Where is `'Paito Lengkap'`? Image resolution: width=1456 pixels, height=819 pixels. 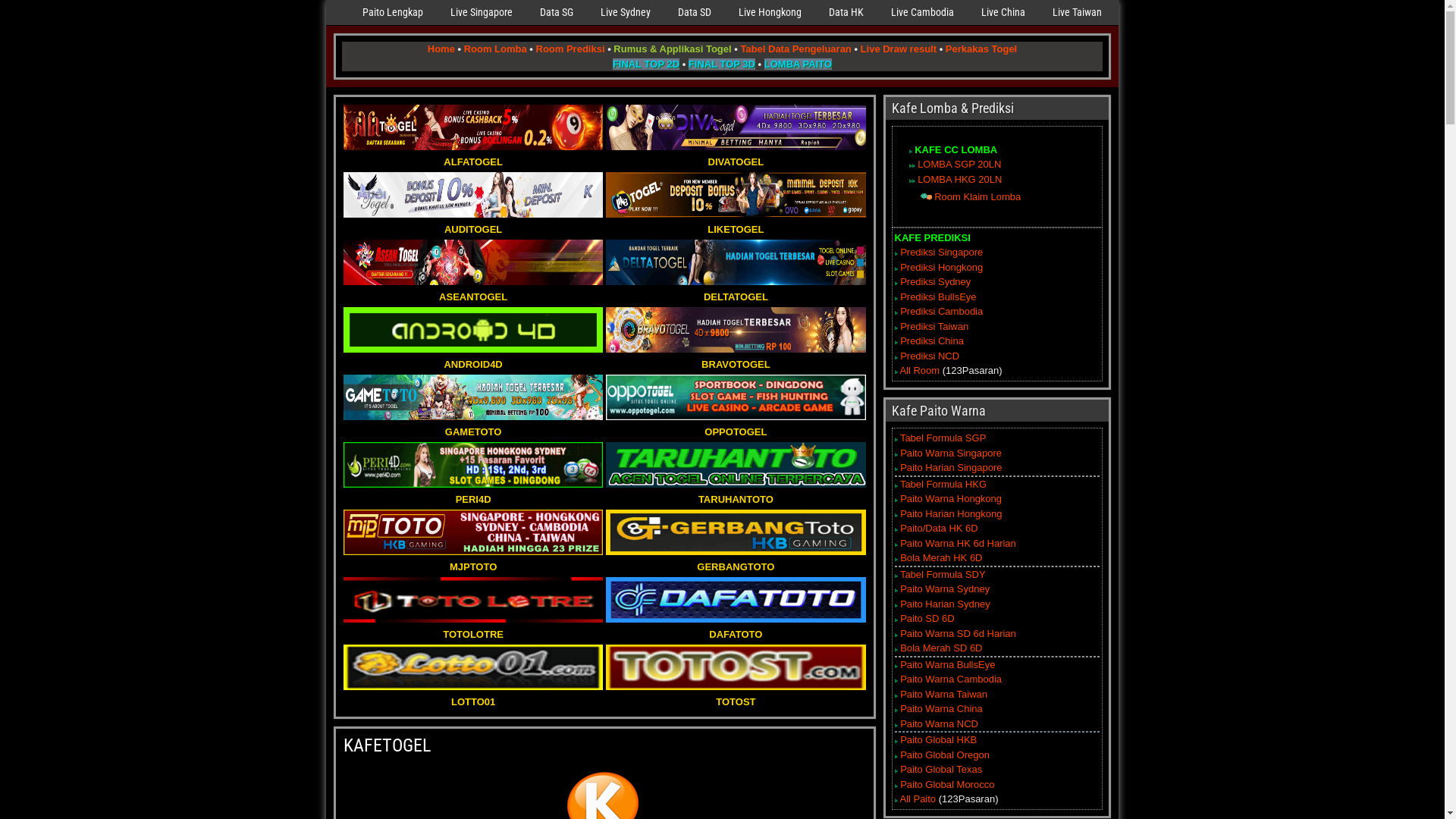 'Paito Lengkap' is located at coordinates (348, 12).